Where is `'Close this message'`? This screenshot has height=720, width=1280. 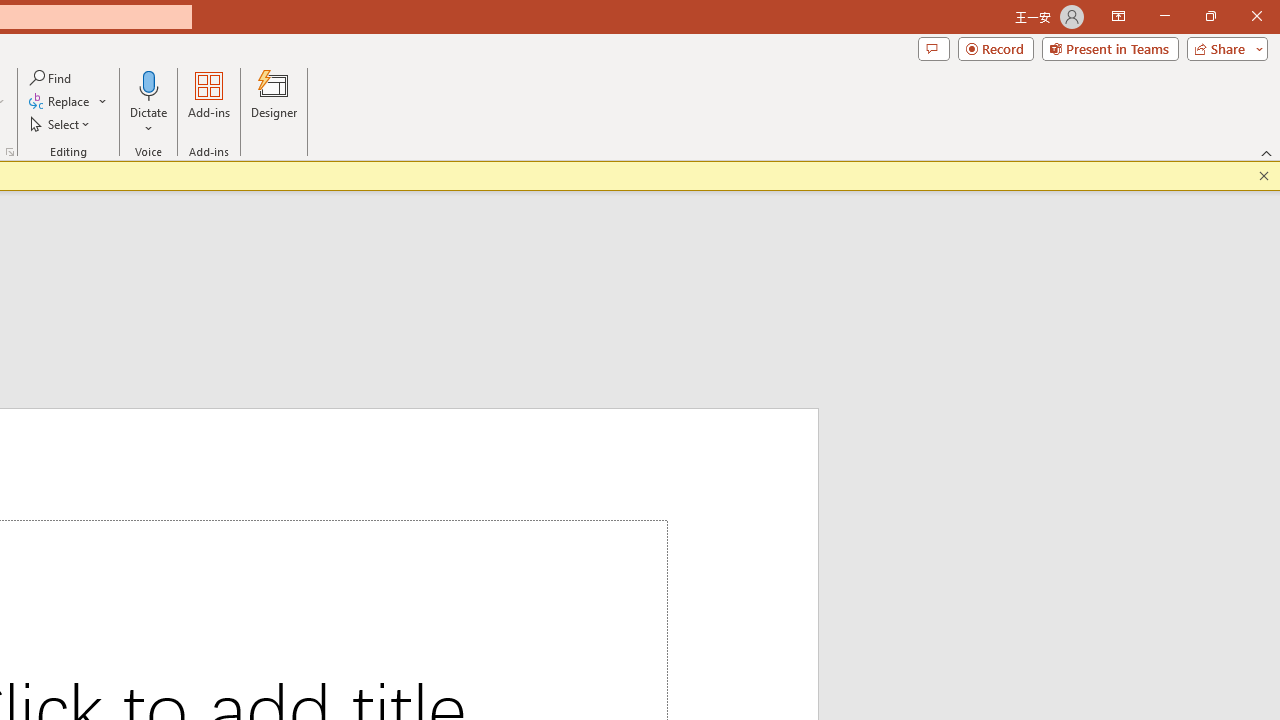
'Close this message' is located at coordinates (1263, 175).